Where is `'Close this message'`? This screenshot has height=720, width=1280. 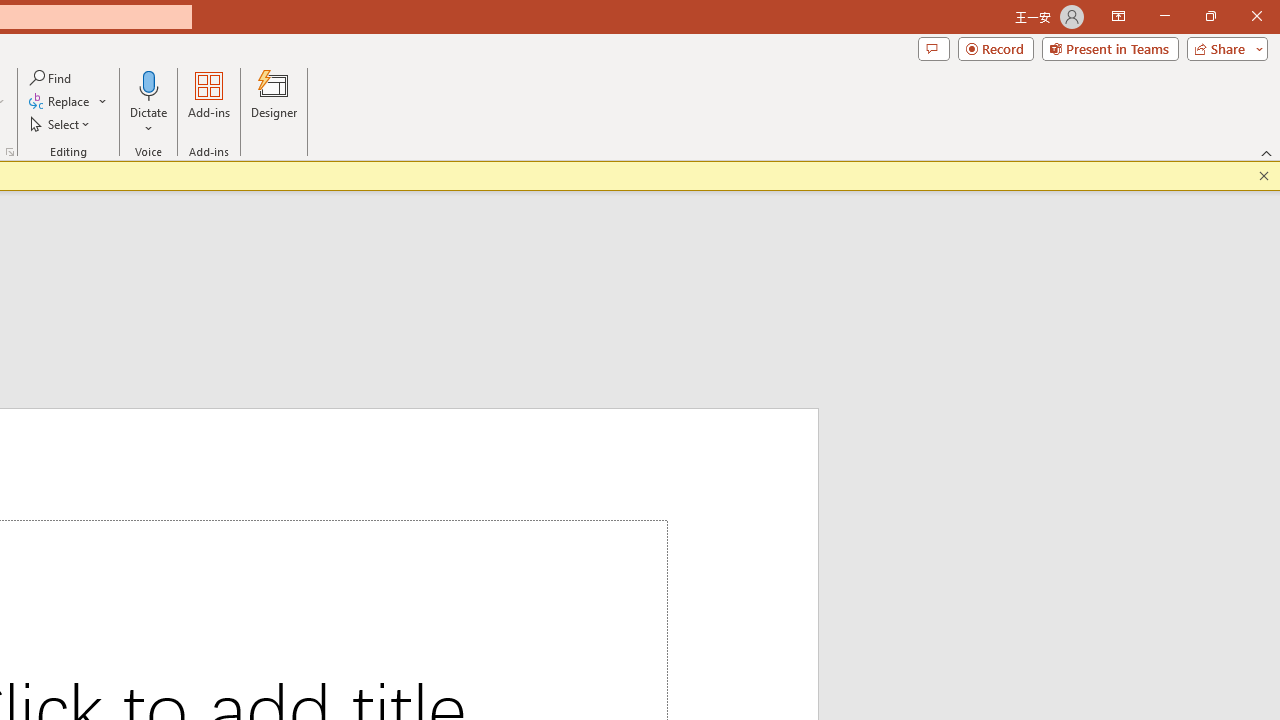
'Close this message' is located at coordinates (1263, 175).